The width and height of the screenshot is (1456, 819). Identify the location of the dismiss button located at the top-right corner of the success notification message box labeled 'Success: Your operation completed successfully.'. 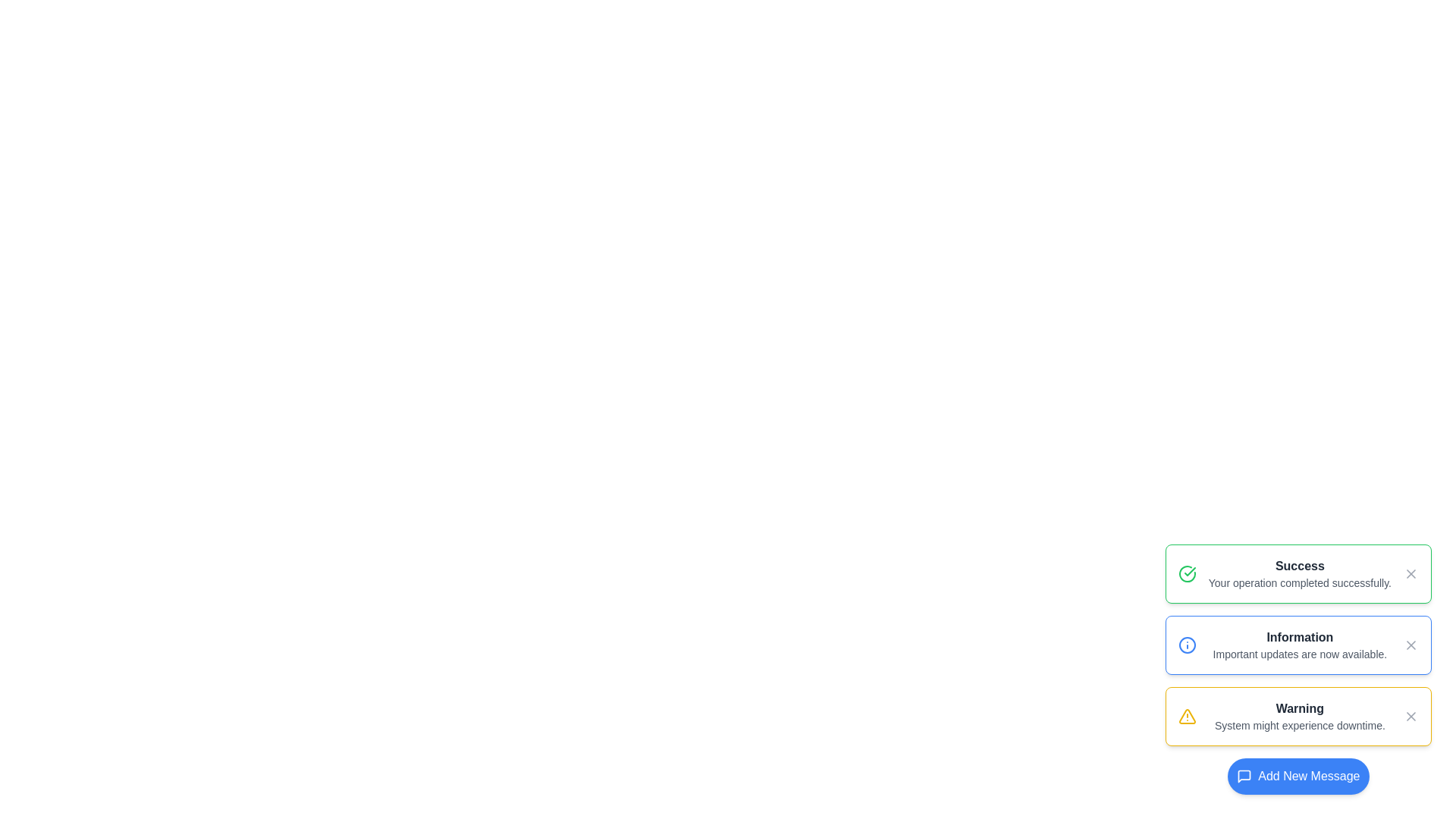
(1410, 573).